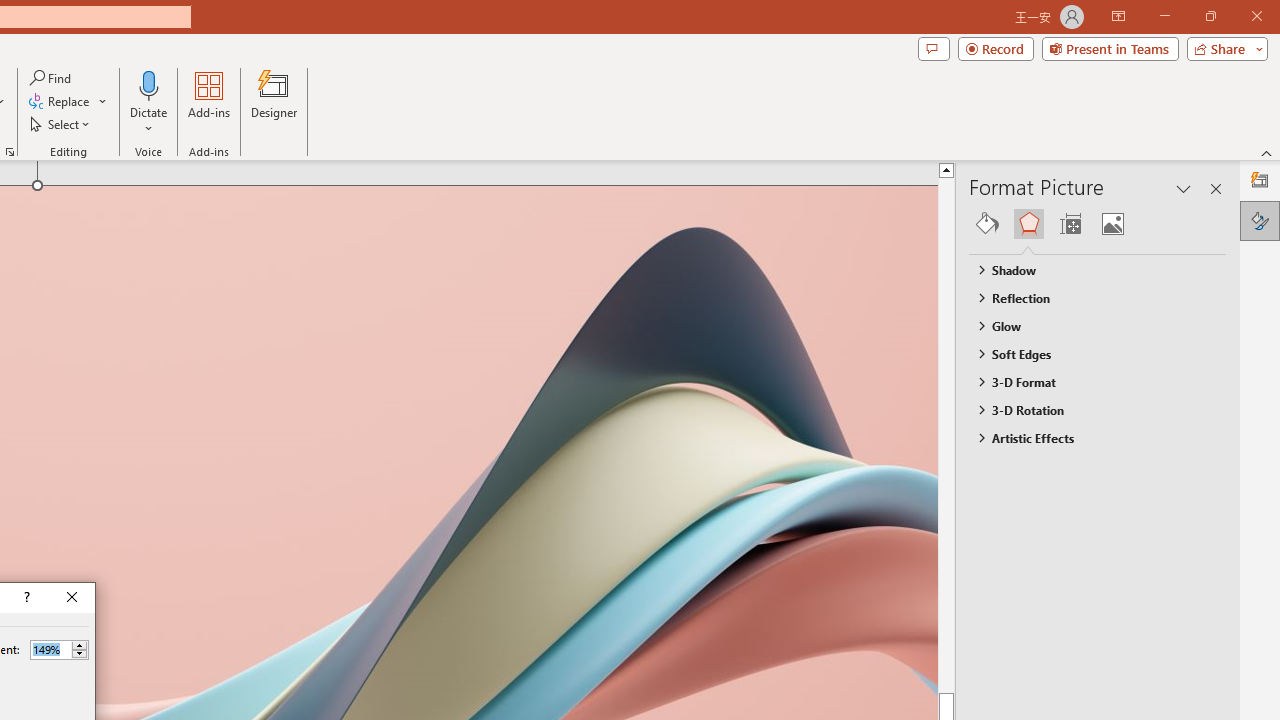  What do you see at coordinates (1028, 223) in the screenshot?
I see `'Effects'` at bounding box center [1028, 223].